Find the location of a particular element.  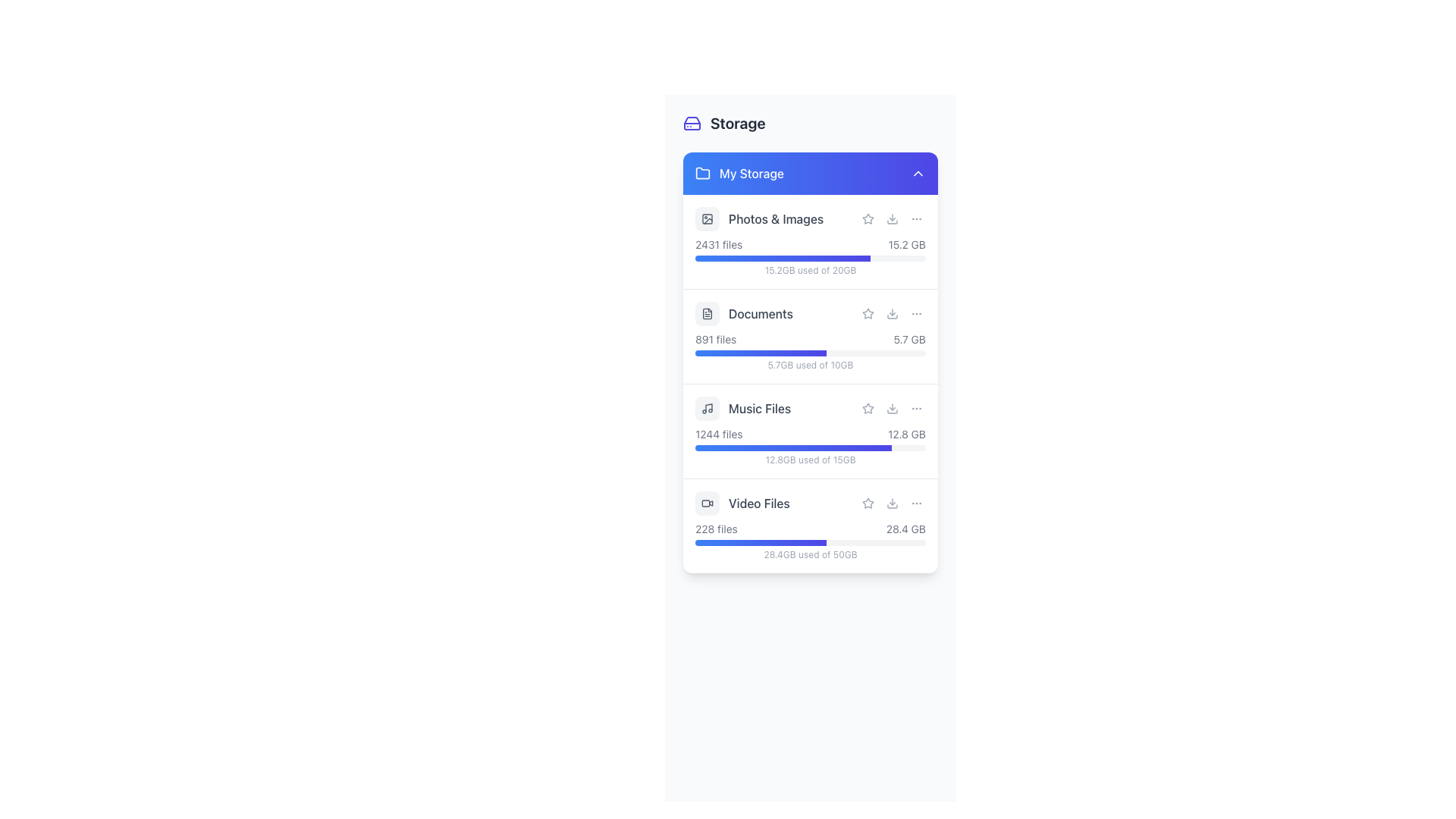

the 'Documents' label or its accompanying document icon is located at coordinates (744, 312).